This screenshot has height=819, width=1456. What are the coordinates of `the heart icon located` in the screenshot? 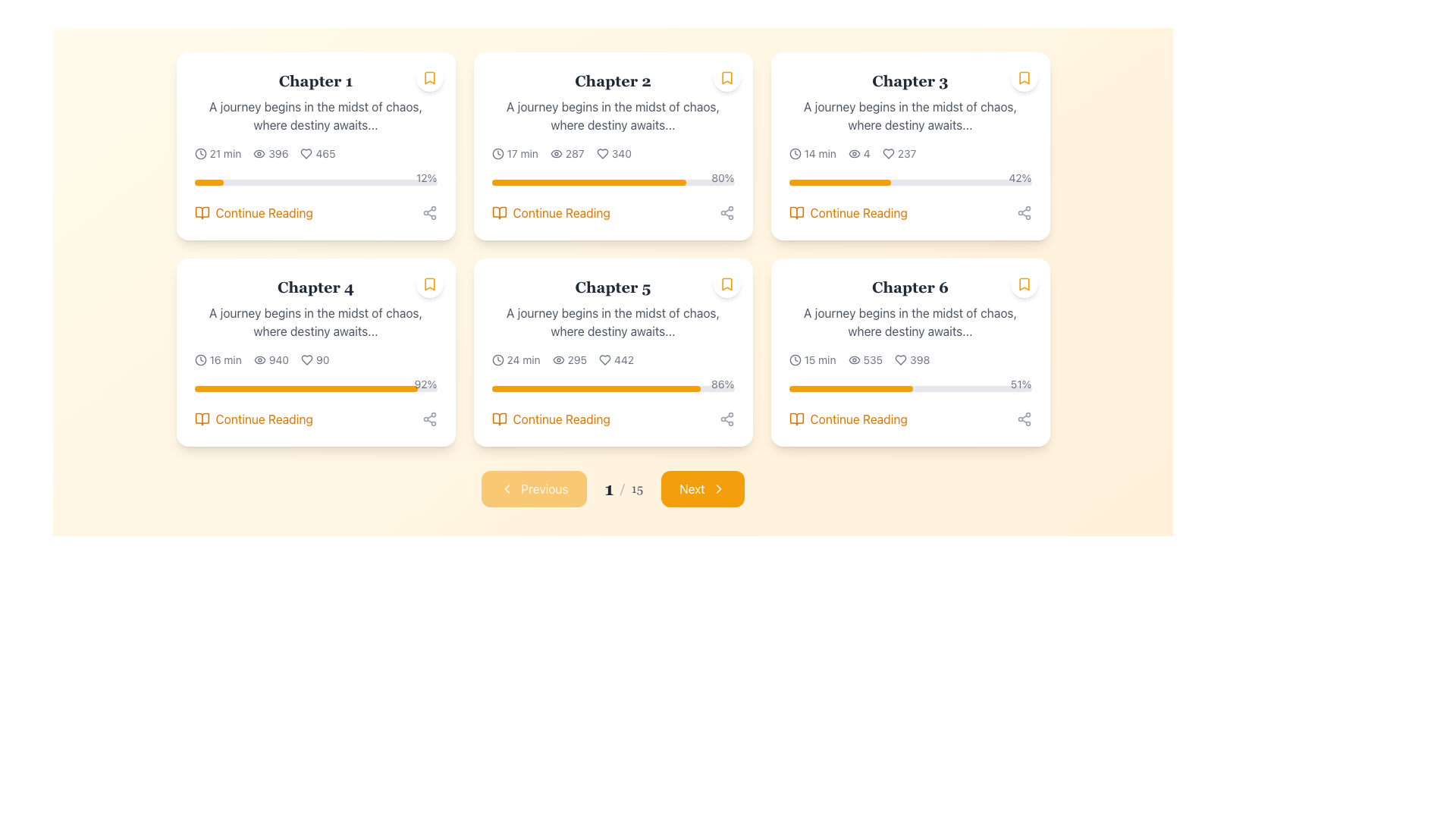 It's located at (901, 359).